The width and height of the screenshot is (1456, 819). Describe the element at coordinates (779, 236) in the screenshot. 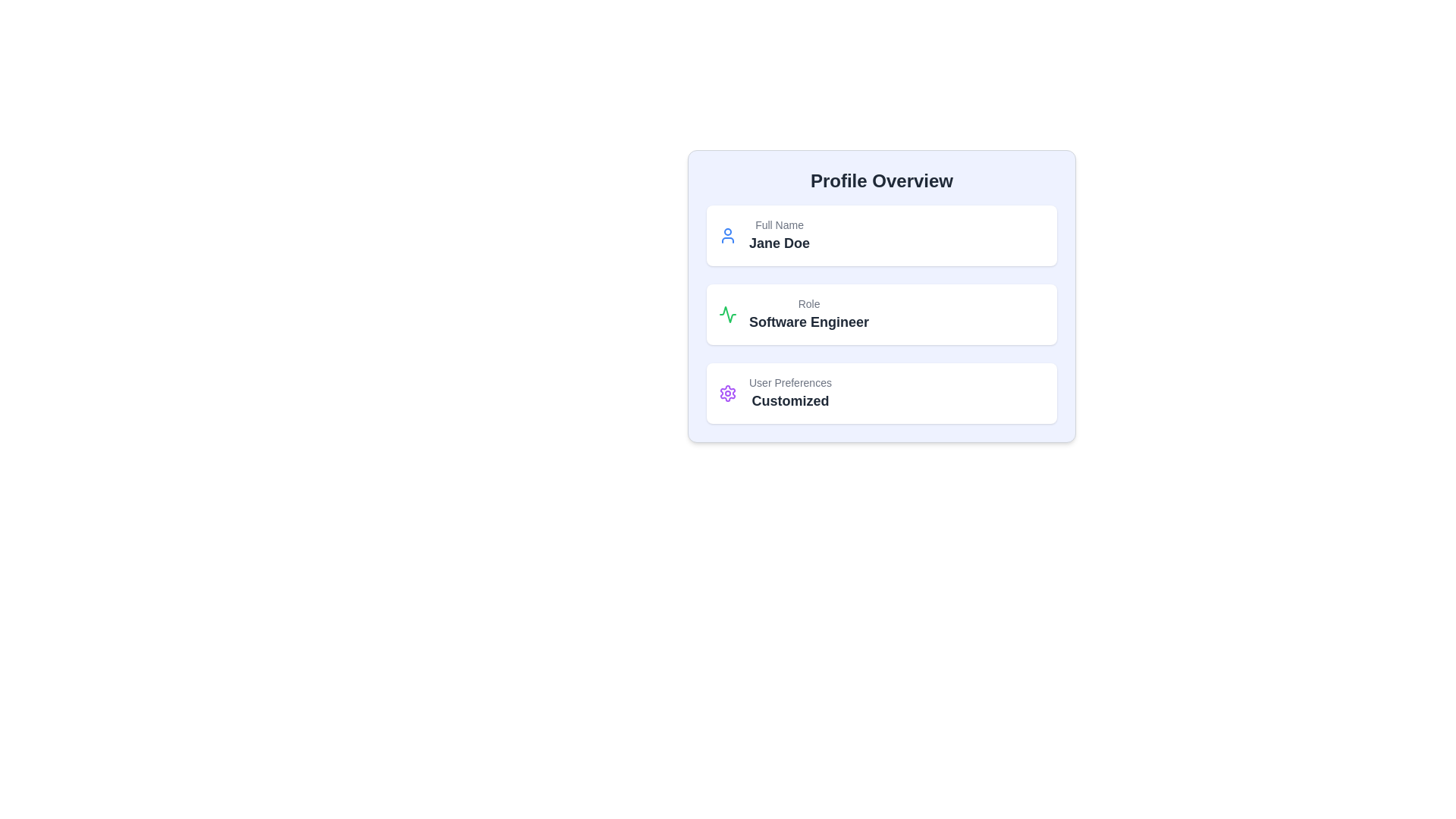

I see `the Text Display Component containing the subtitle 'Full Name' and the name 'Jane Doe'` at that location.